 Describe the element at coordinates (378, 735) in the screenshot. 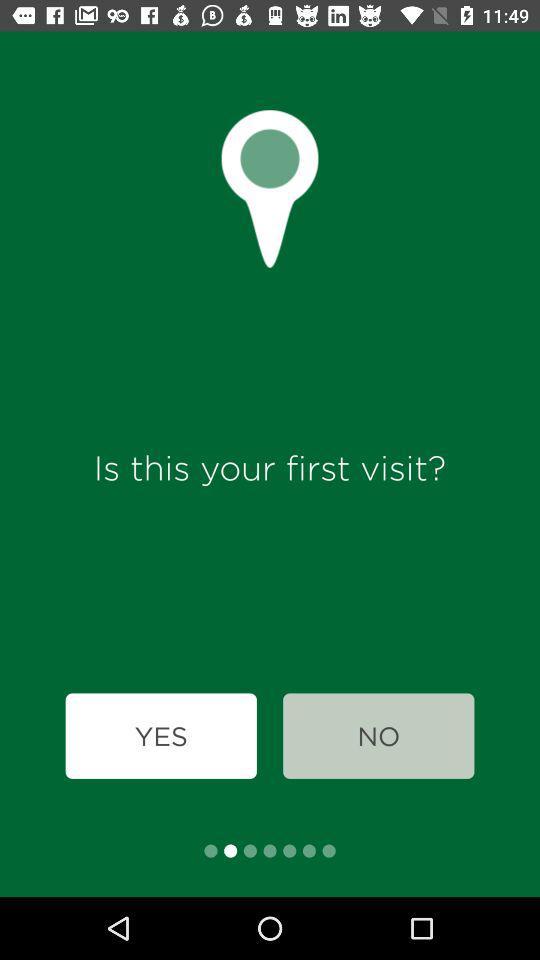

I see `the no item` at that location.